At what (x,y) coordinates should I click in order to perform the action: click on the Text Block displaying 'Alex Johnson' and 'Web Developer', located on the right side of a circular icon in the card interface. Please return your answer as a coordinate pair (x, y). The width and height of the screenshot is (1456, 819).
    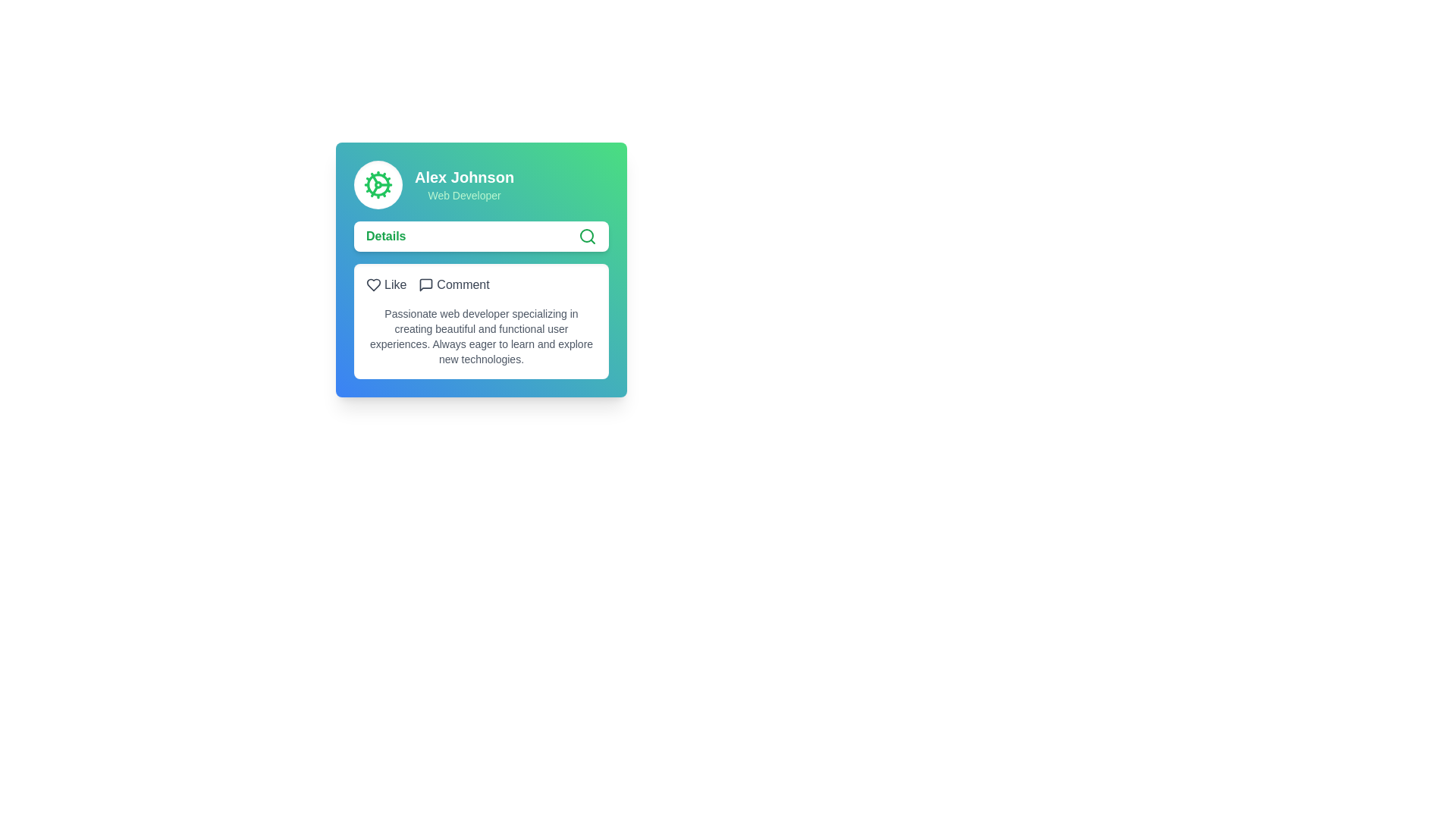
    Looking at the image, I should click on (463, 184).